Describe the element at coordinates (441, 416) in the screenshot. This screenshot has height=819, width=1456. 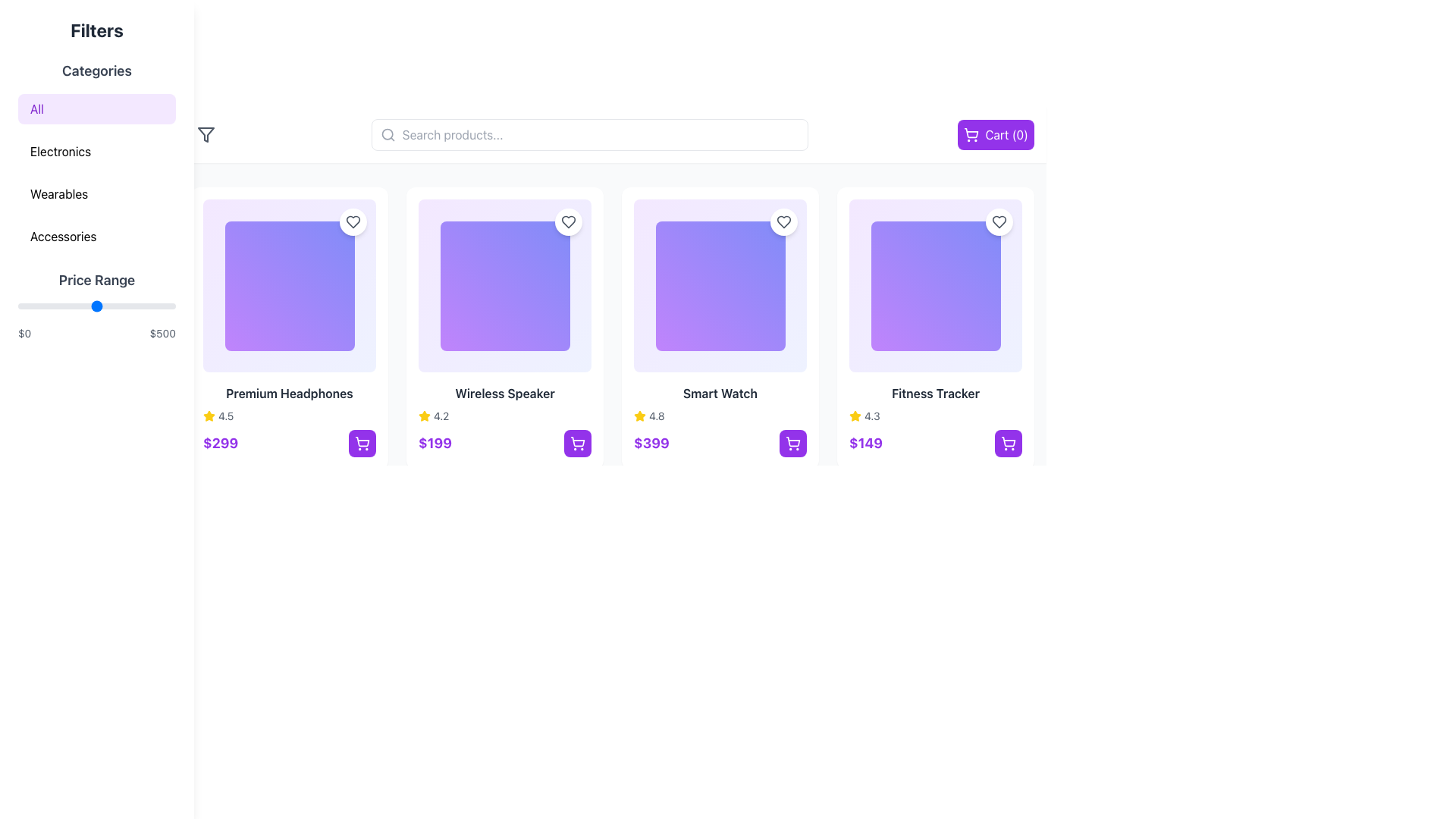
I see `value displayed in the text '4.2', which is positioned below the product image and above the price for the product 'Wireless Speaker'` at that location.